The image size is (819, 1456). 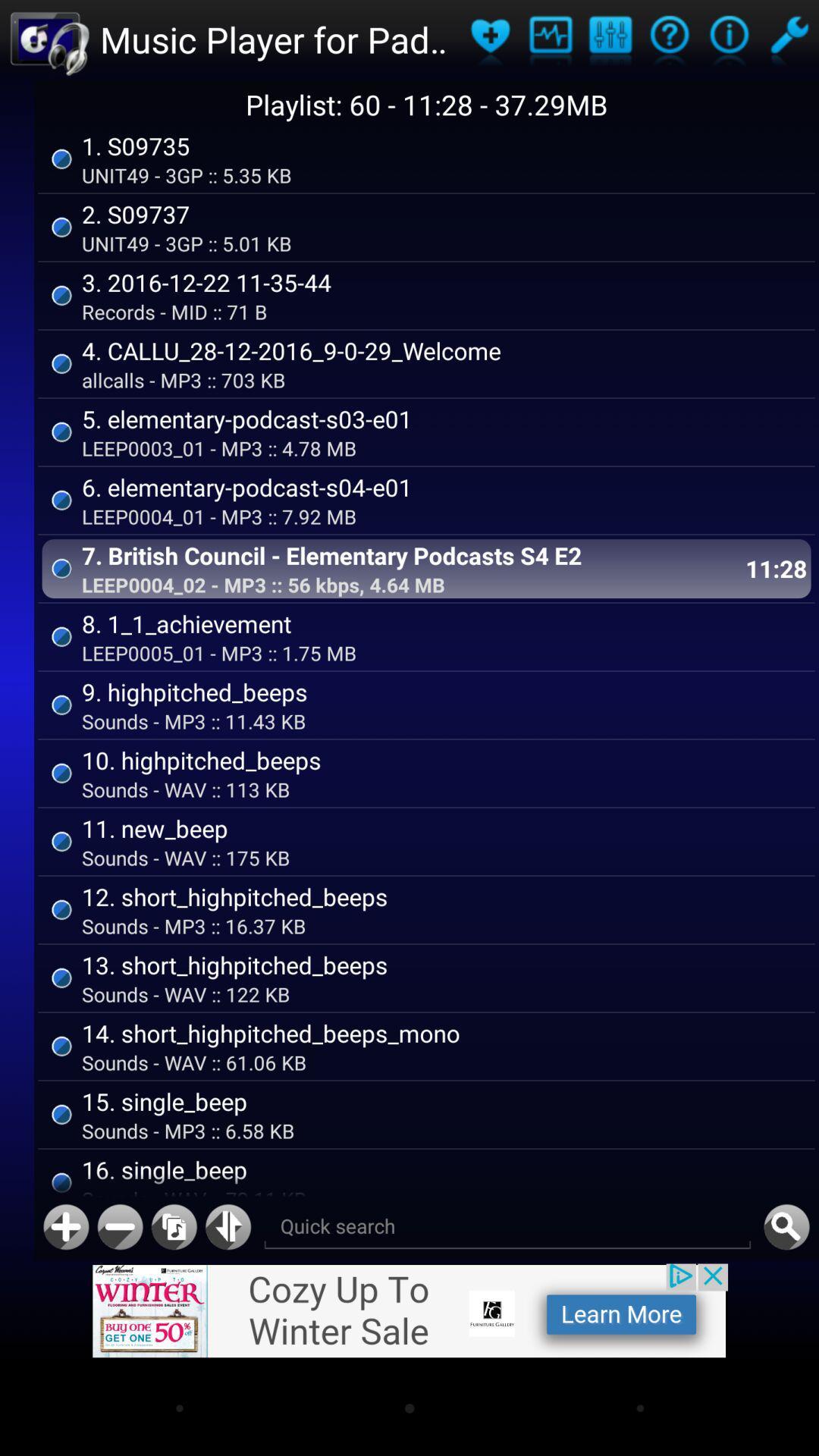 What do you see at coordinates (65, 1227) in the screenshot?
I see `item` at bounding box center [65, 1227].